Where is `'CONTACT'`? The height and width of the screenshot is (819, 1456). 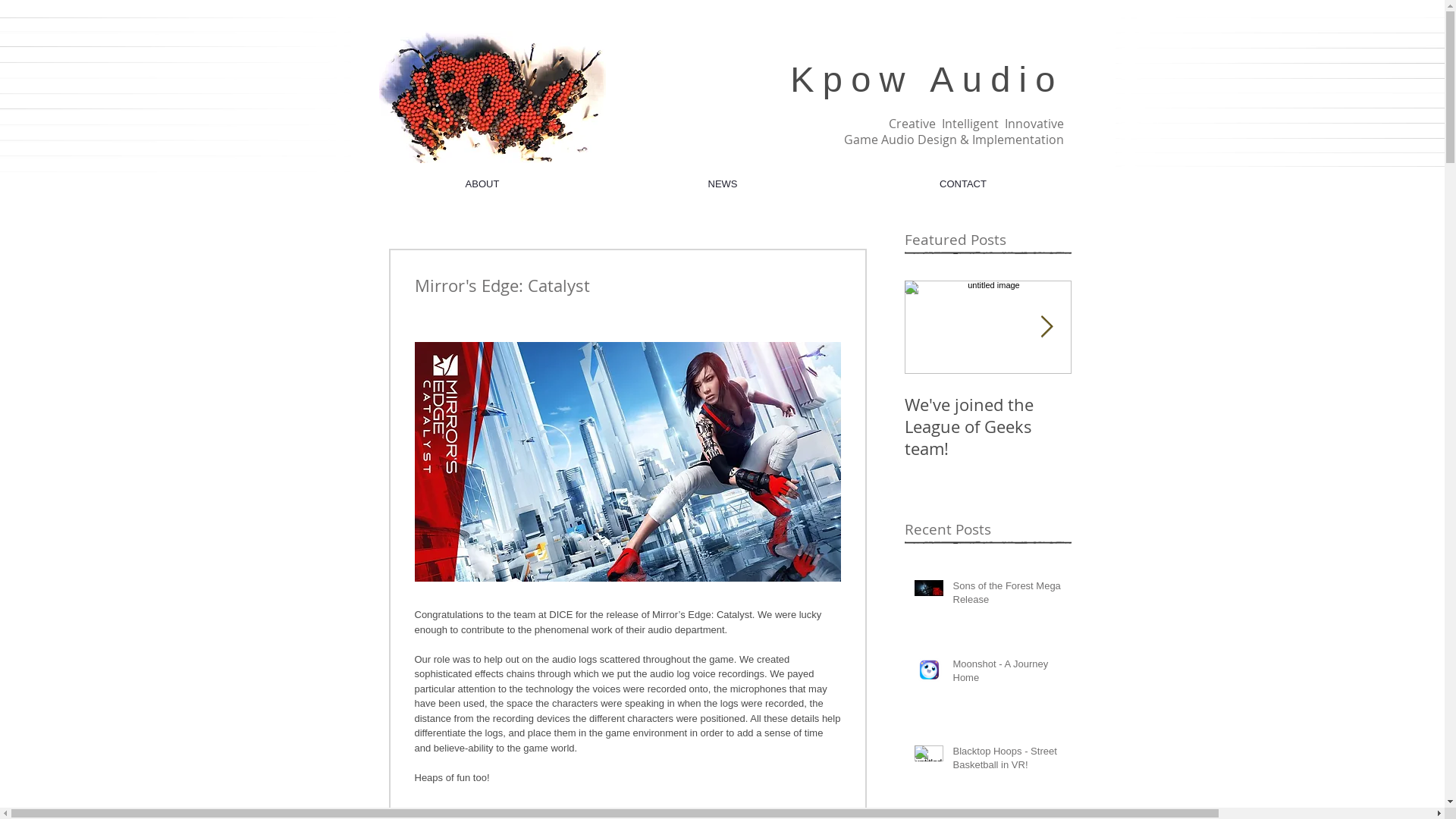
'CONTACT' is located at coordinates (962, 183).